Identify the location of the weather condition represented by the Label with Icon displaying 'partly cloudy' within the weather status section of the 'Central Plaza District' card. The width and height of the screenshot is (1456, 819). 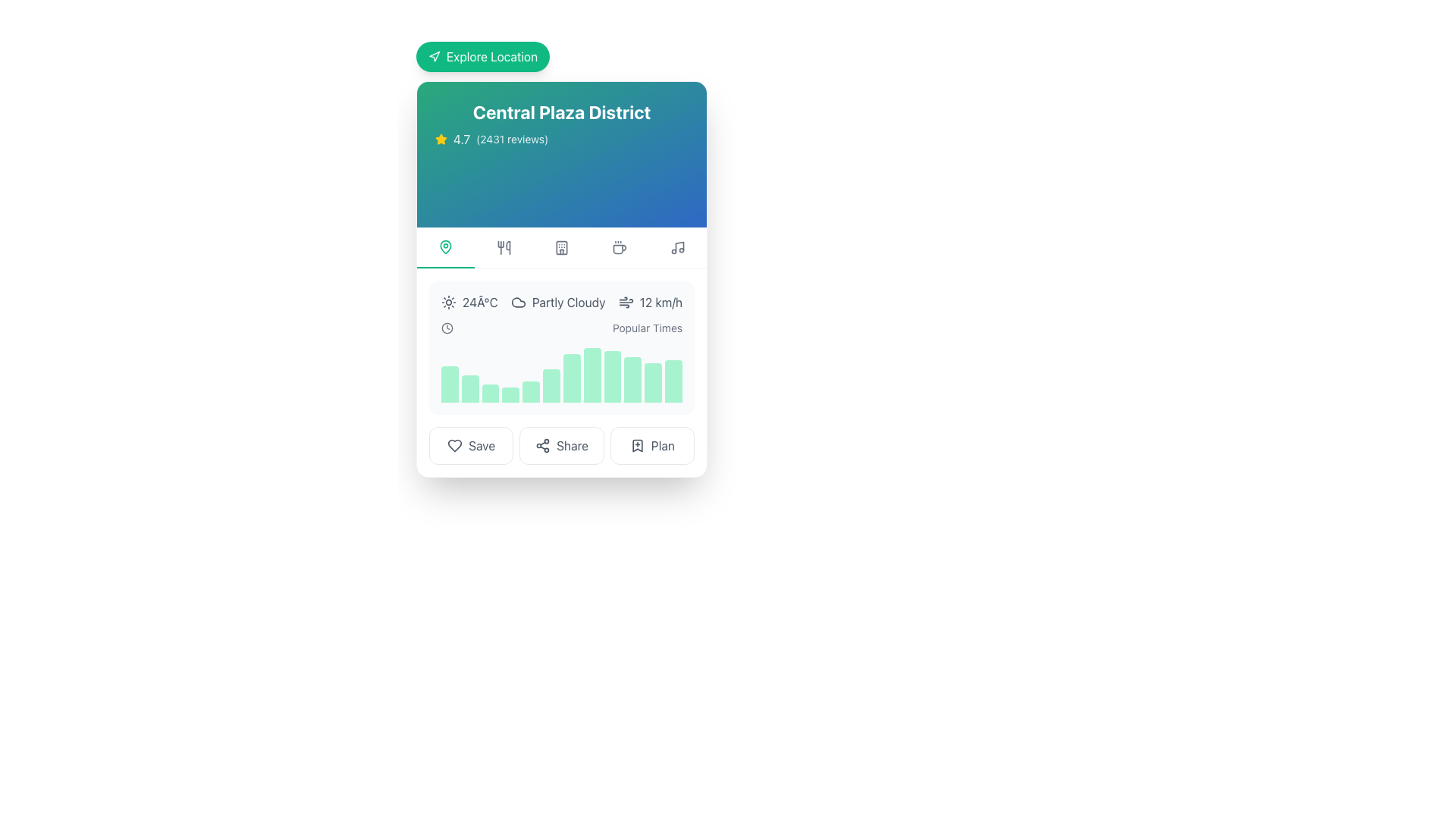
(557, 302).